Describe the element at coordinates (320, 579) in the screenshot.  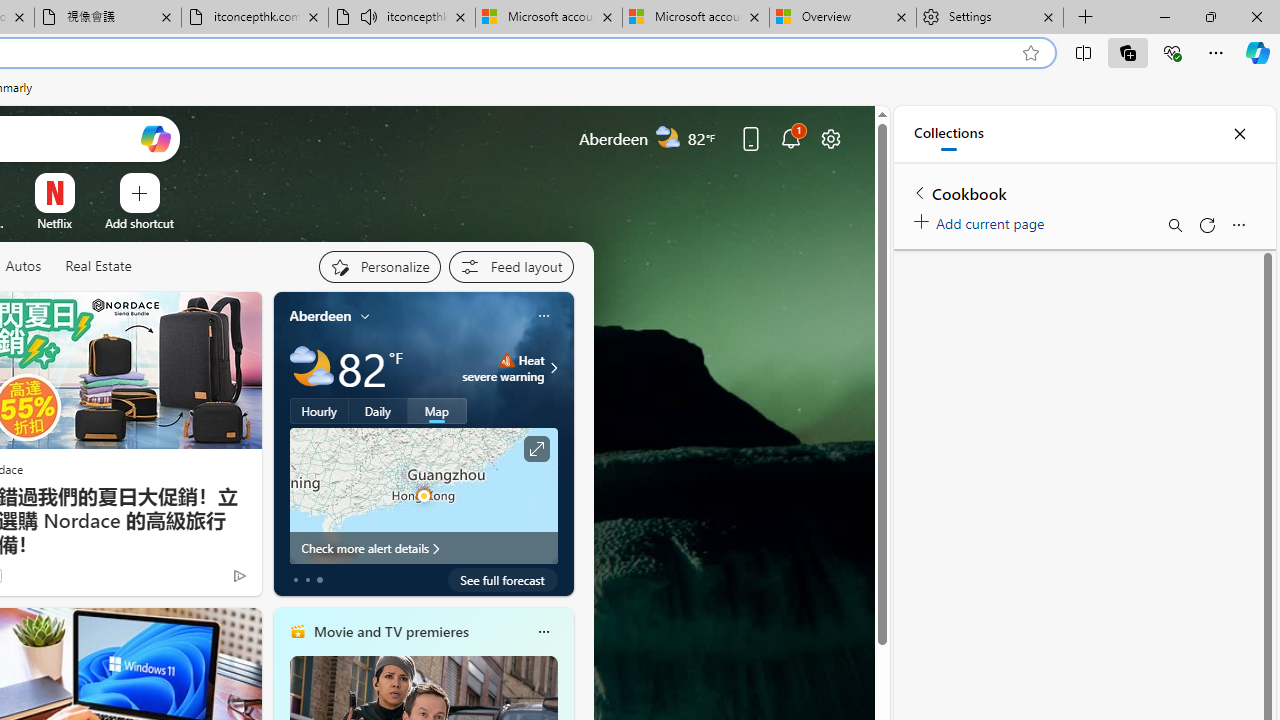
I see `'tab-2'` at that location.